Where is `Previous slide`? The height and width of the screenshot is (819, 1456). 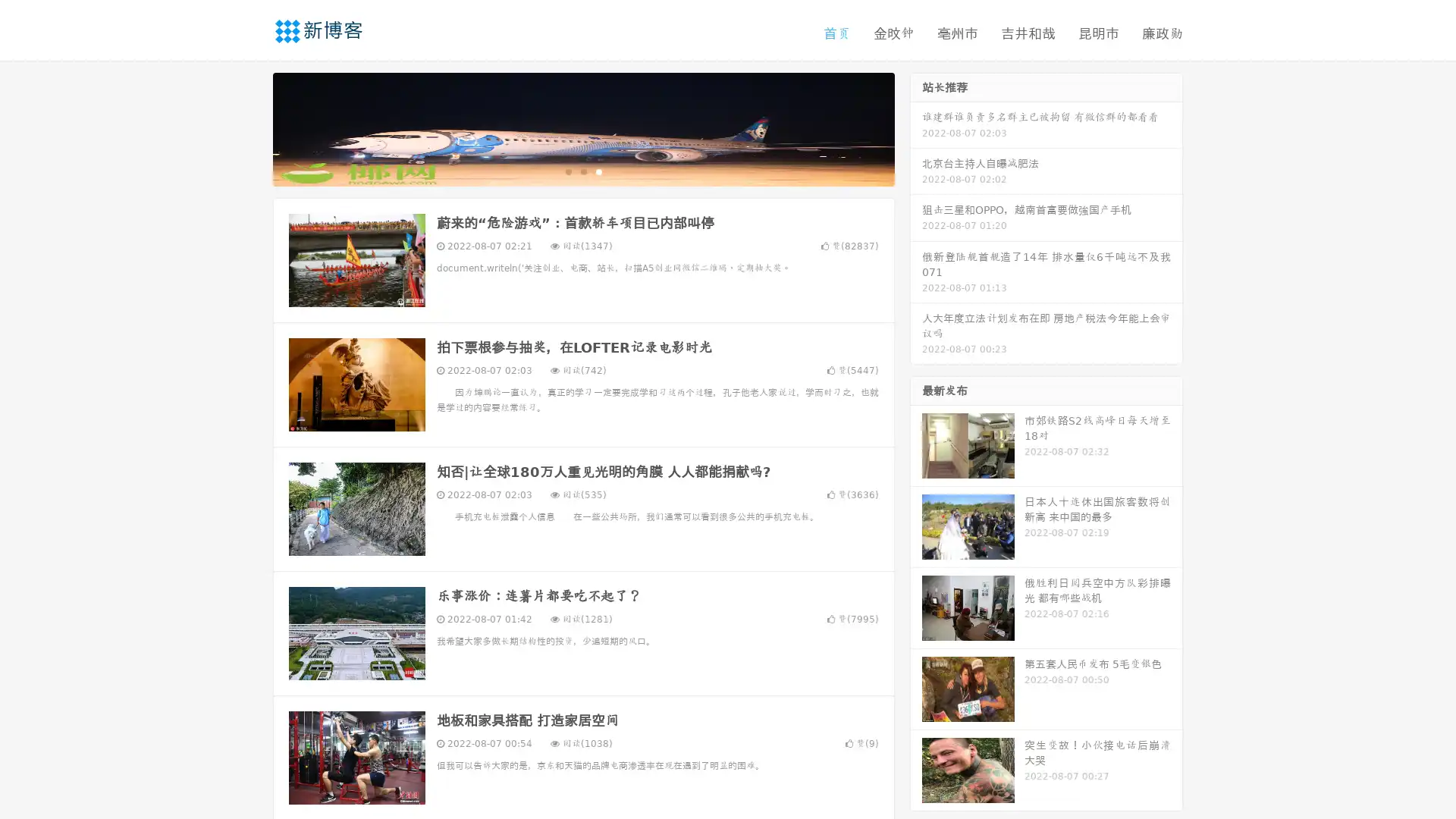
Previous slide is located at coordinates (250, 127).